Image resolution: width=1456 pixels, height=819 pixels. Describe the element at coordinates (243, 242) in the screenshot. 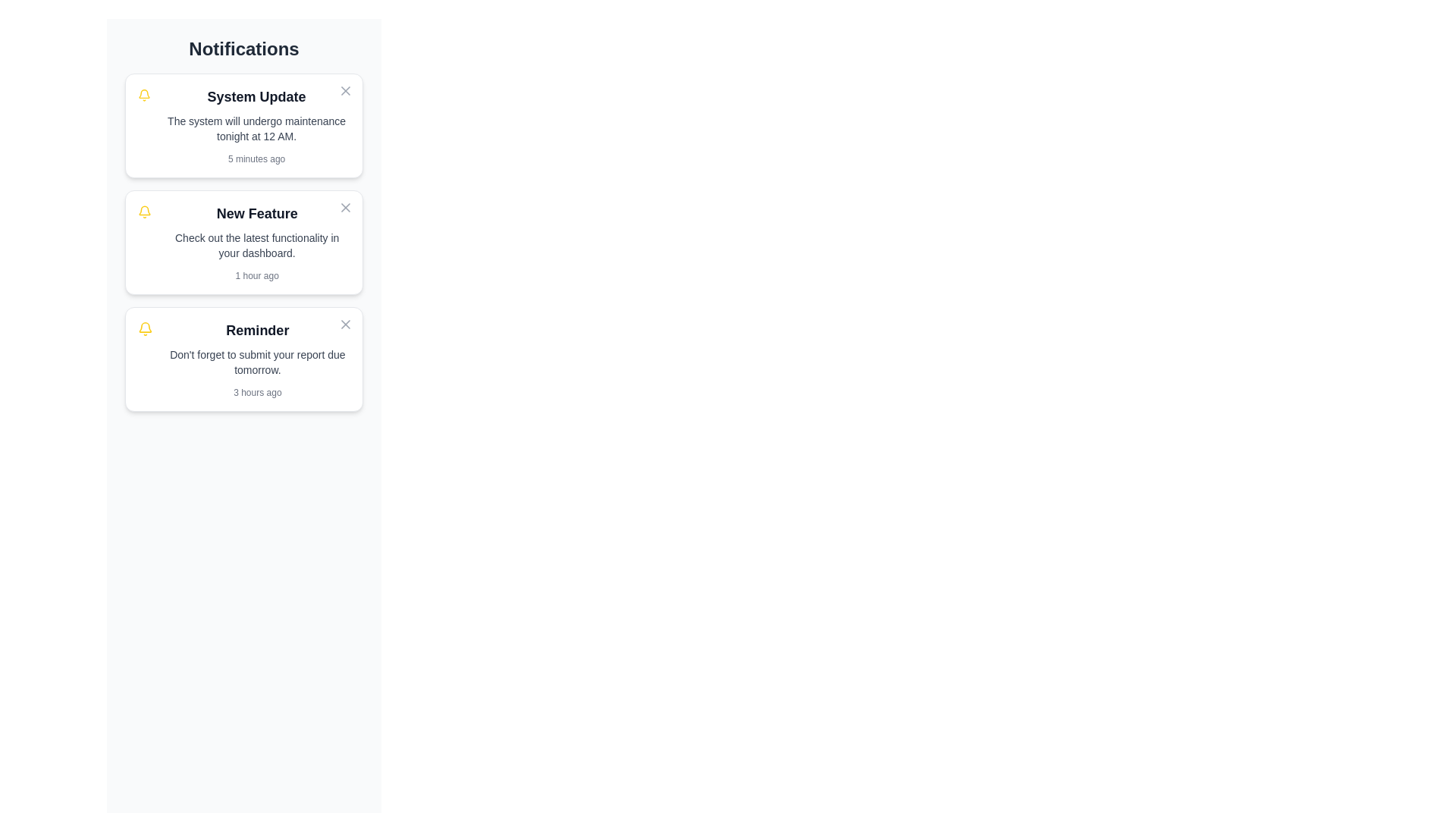

I see `the Notification card titled 'New Feature', which is the second card in the stack of notifications, featuring a yellow bell icon, bold black title, gray description, and a timestamp` at that location.